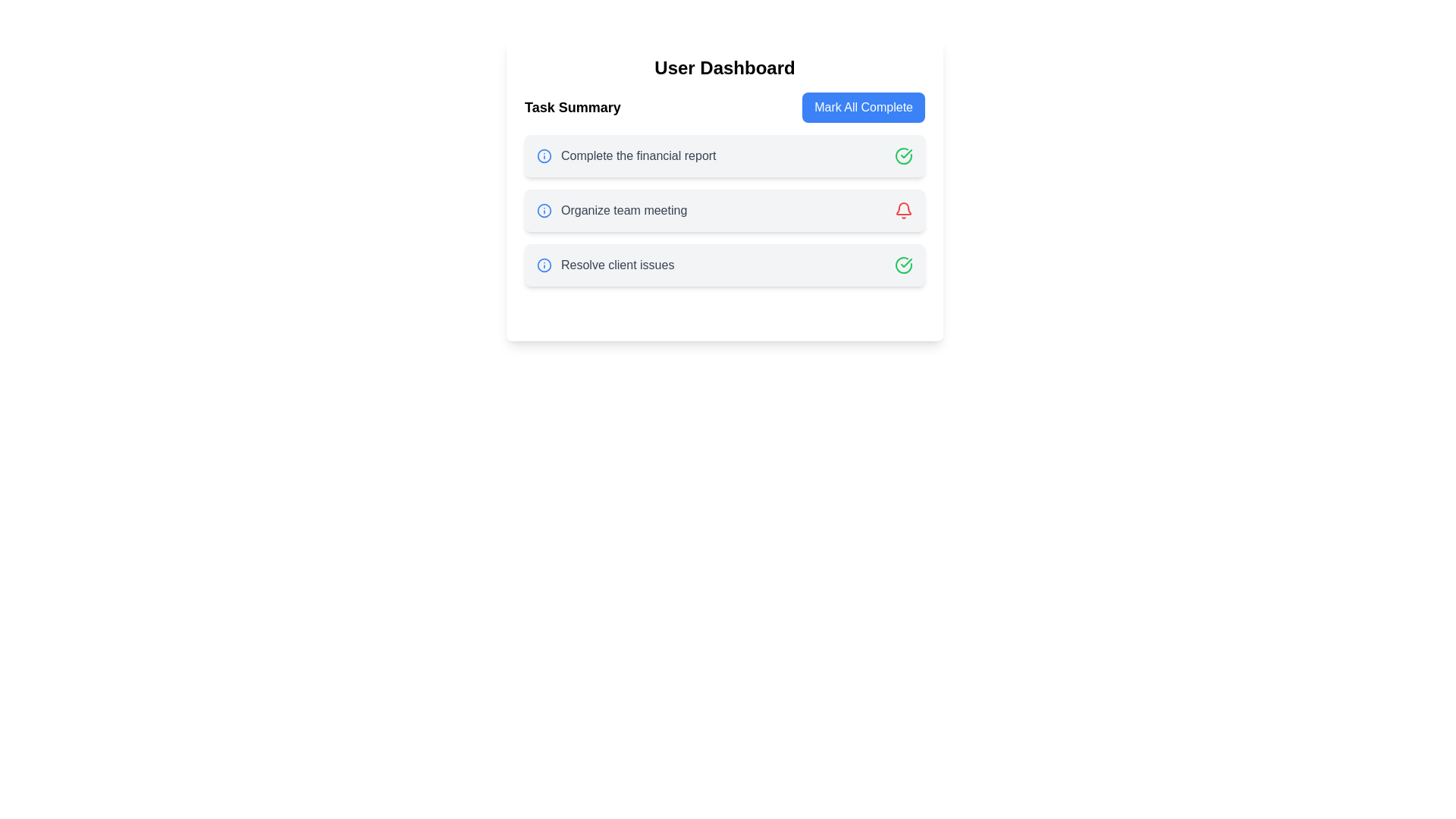 This screenshot has height=819, width=1456. What do you see at coordinates (544, 155) in the screenshot?
I see `the circular icon containing an 'i' symbol with a blue outline, located to the left of the task titled 'Complete the financial report' to invoke additional information display` at bounding box center [544, 155].